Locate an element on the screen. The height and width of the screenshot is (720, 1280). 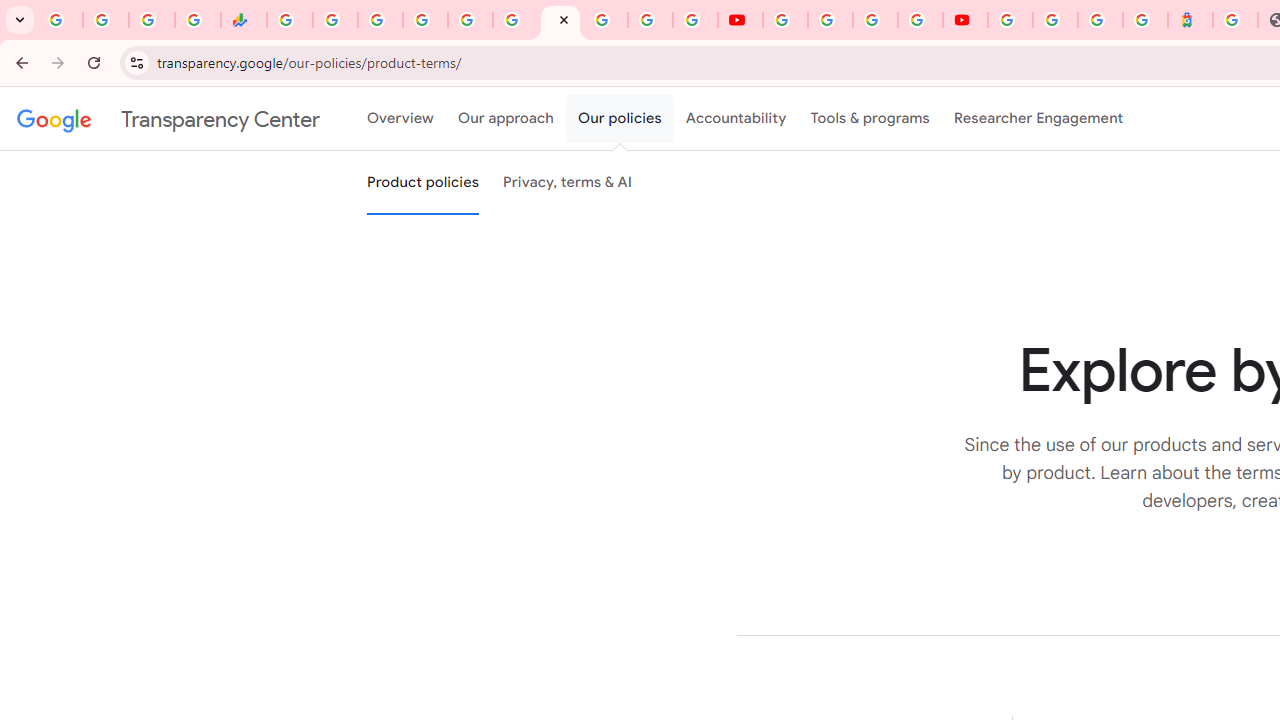
'Transparency Center' is located at coordinates (168, 119).